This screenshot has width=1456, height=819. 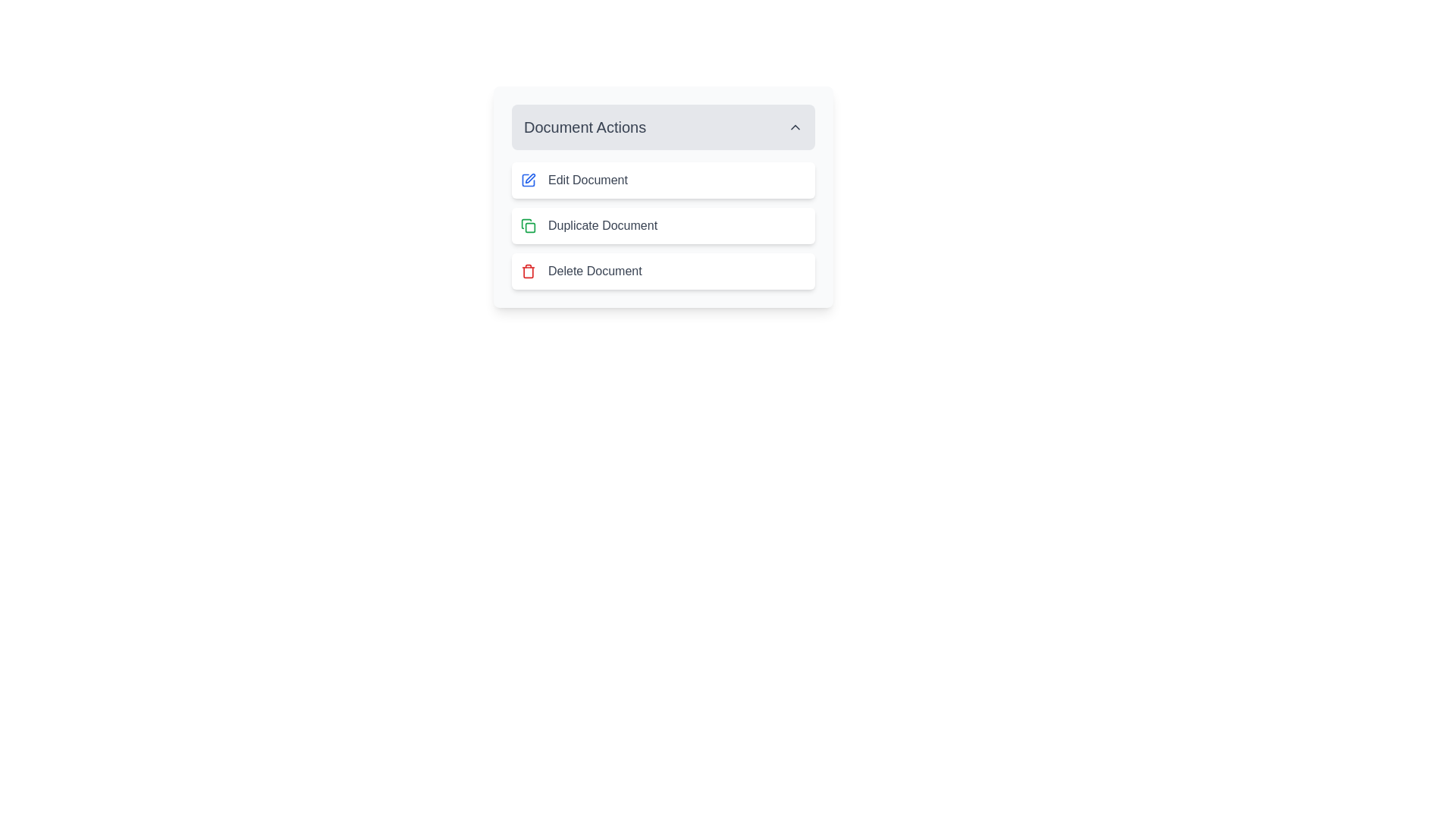 I want to click on text label that says 'Delete Document', which is the third interactive item in the 'Document Actions' panel, positioned below the 'Duplicate Document' option and aligned with a red trash icon on the left, so click(x=594, y=271).